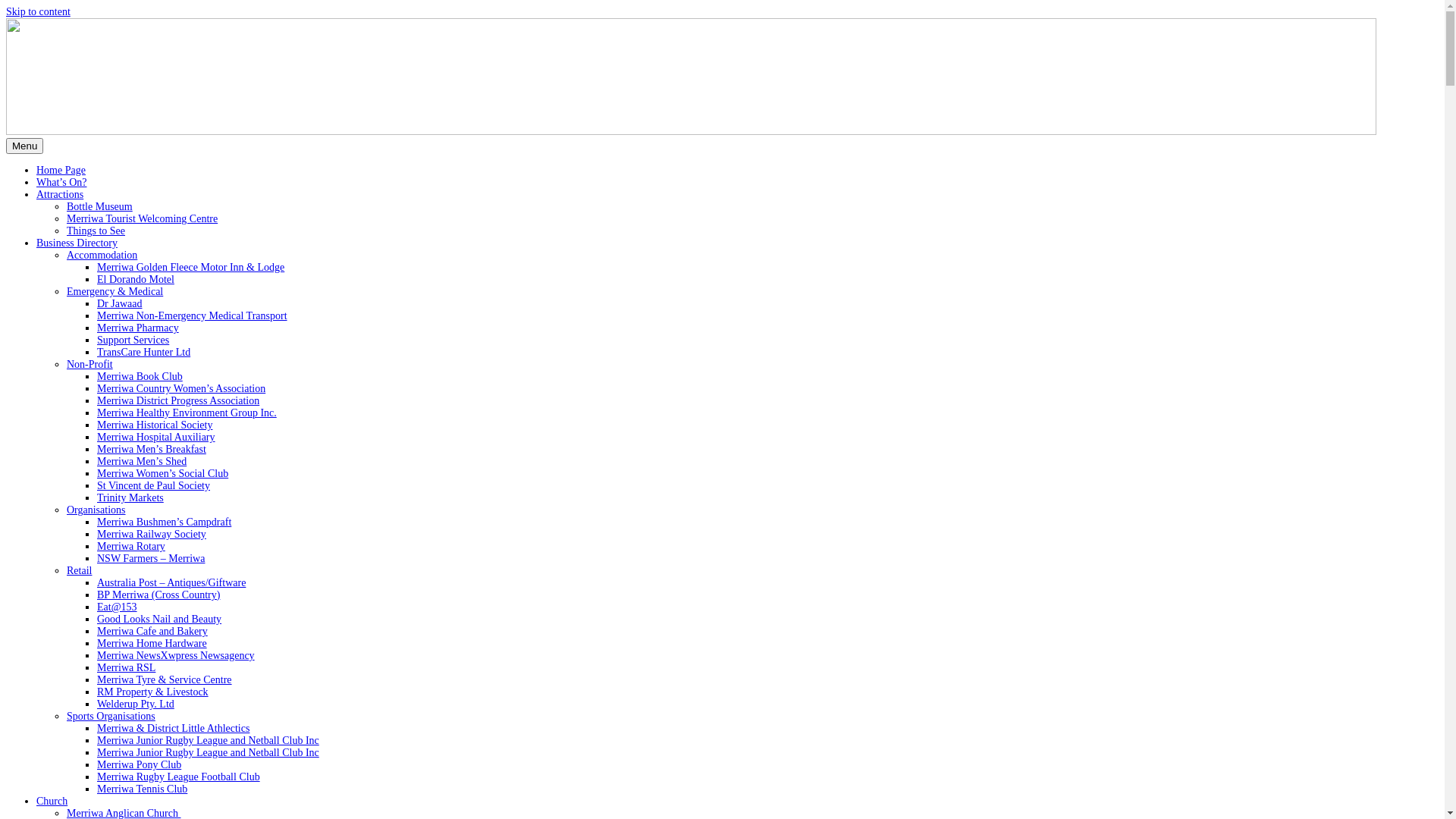 Image resolution: width=1456 pixels, height=819 pixels. What do you see at coordinates (96, 533) in the screenshot?
I see `'Merriwa Railway Society'` at bounding box center [96, 533].